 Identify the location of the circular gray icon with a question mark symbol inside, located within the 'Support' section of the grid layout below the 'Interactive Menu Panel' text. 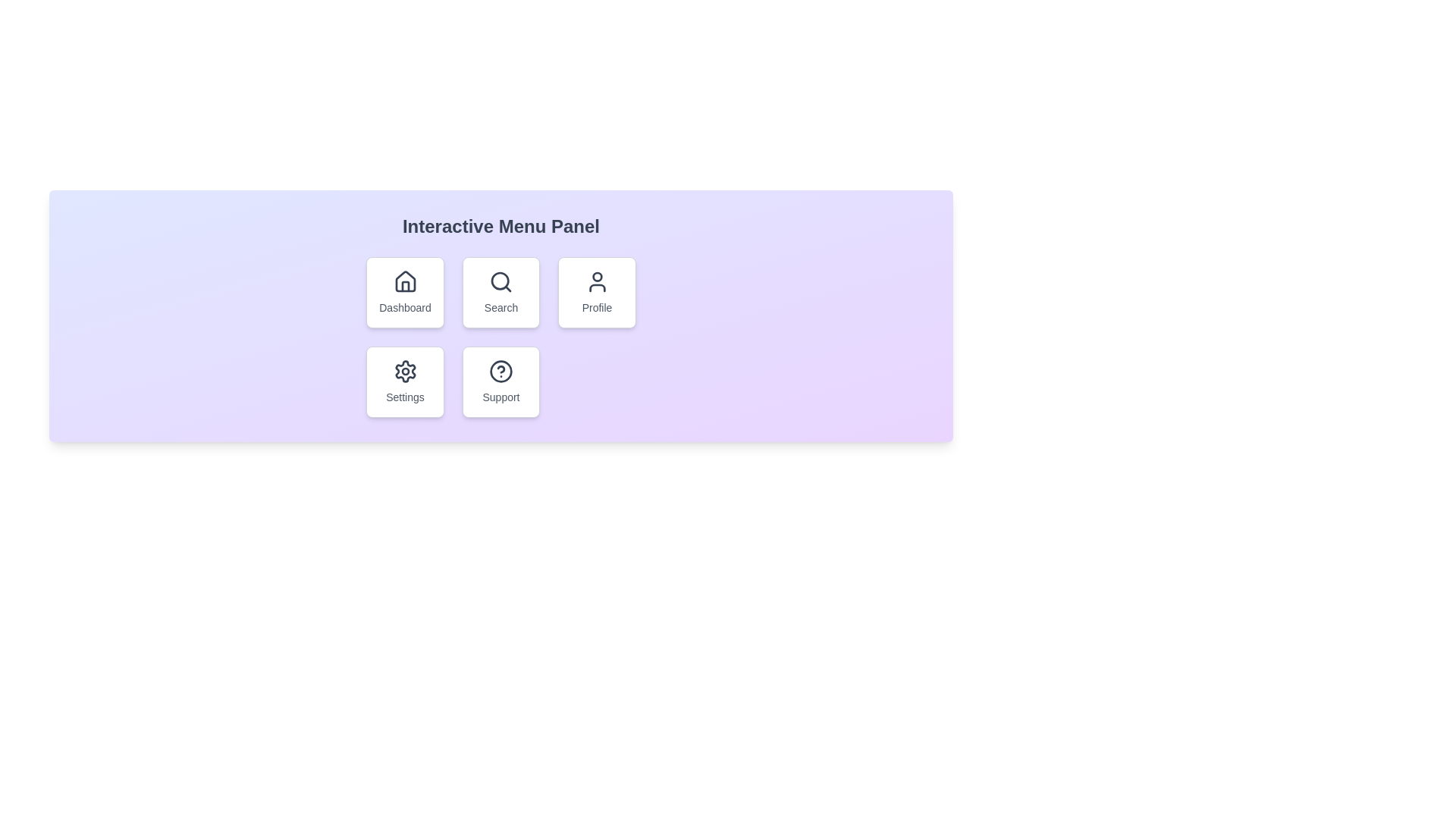
(501, 371).